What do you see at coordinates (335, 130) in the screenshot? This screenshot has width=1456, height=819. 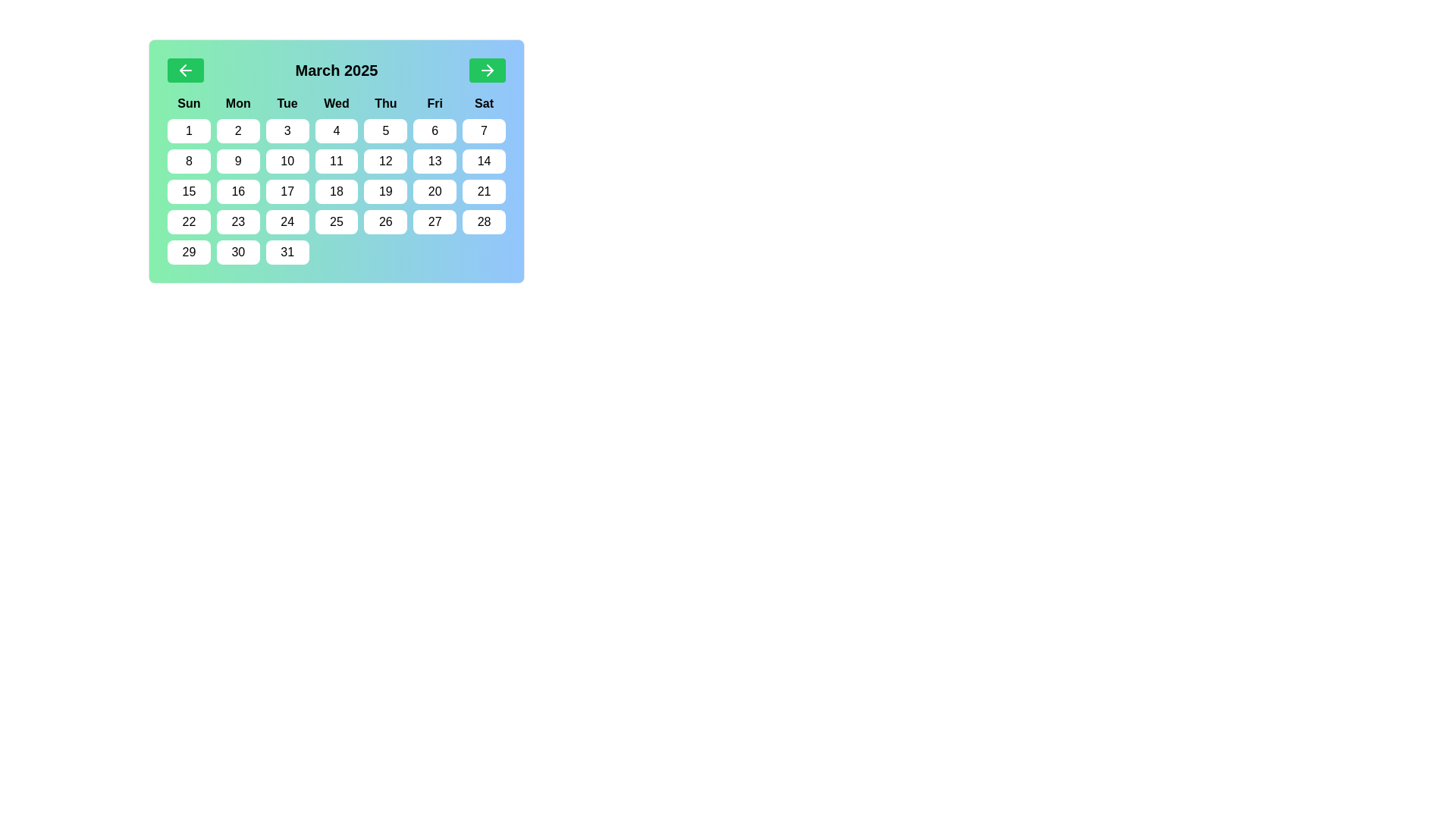 I see `the small rectangular button with rounded corners displaying the number '4' in black, located in the first row of date buttons under the column labeled 'Wed'` at bounding box center [335, 130].